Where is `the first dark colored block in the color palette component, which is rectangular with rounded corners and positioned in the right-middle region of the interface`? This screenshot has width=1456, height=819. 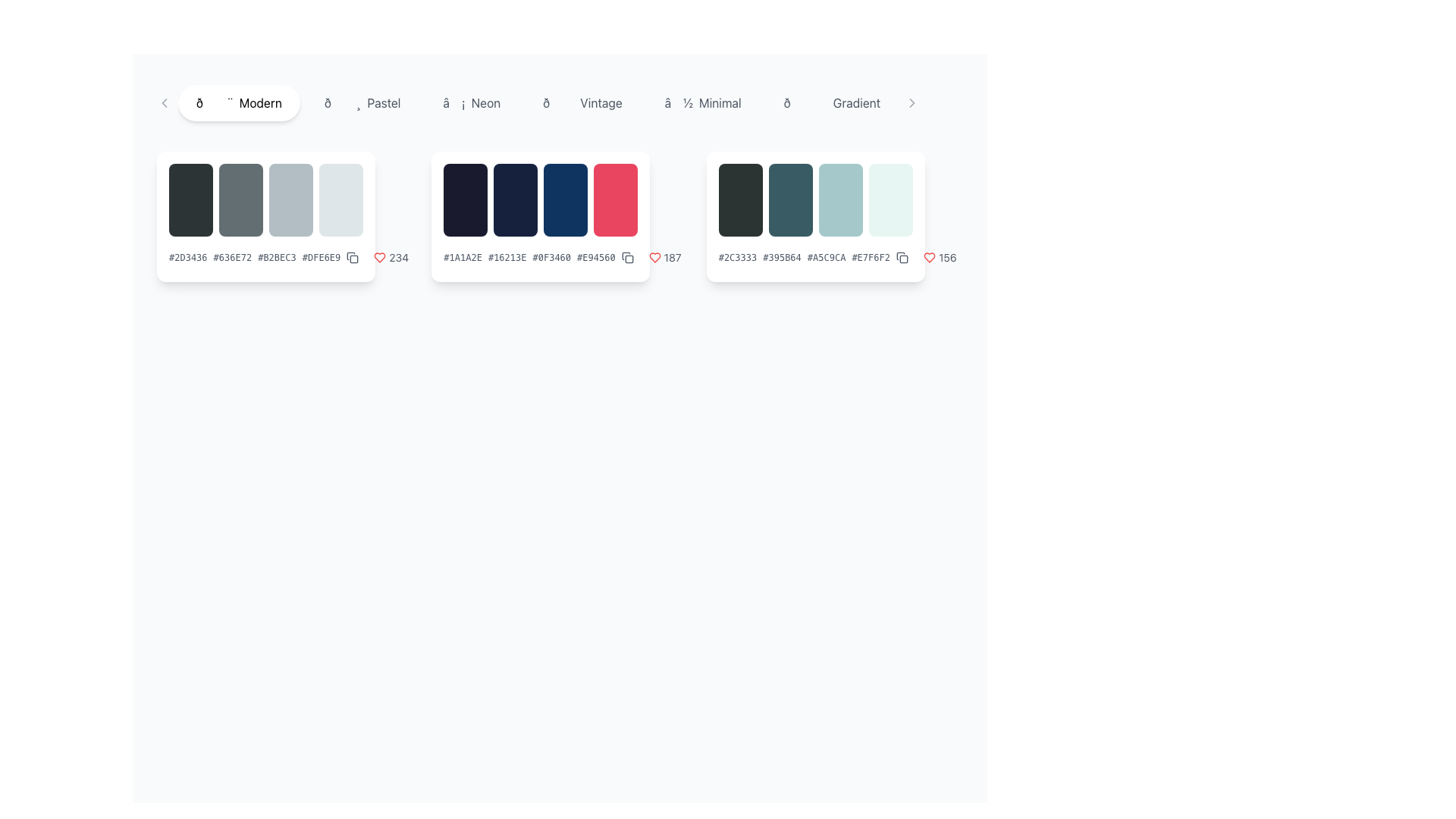 the first dark colored block in the color palette component, which is rectangular with rounded corners and positioned in the right-middle region of the interface is located at coordinates (740, 199).